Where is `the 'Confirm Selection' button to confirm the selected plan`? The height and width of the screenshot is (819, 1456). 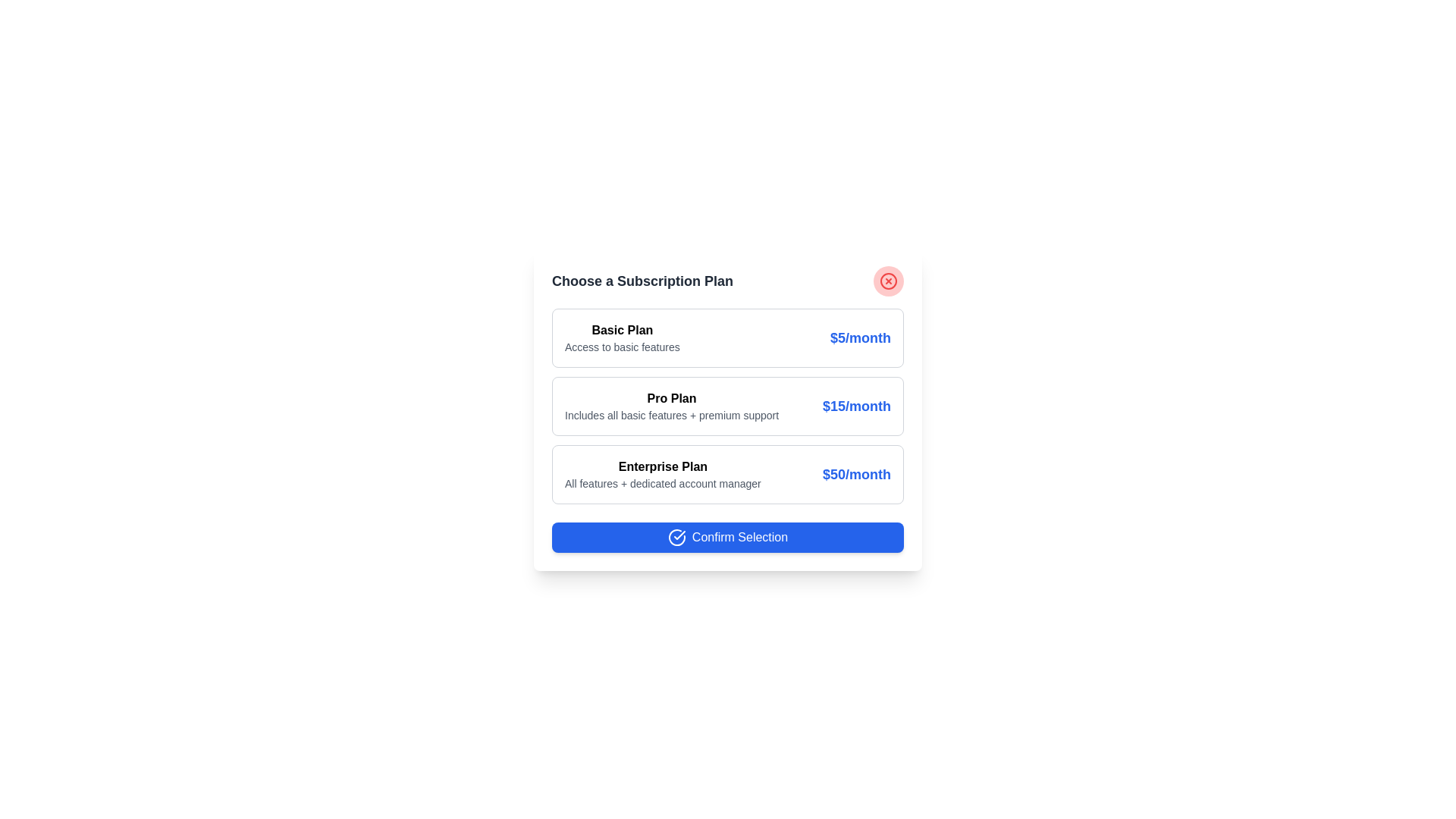 the 'Confirm Selection' button to confirm the selected plan is located at coordinates (728, 537).